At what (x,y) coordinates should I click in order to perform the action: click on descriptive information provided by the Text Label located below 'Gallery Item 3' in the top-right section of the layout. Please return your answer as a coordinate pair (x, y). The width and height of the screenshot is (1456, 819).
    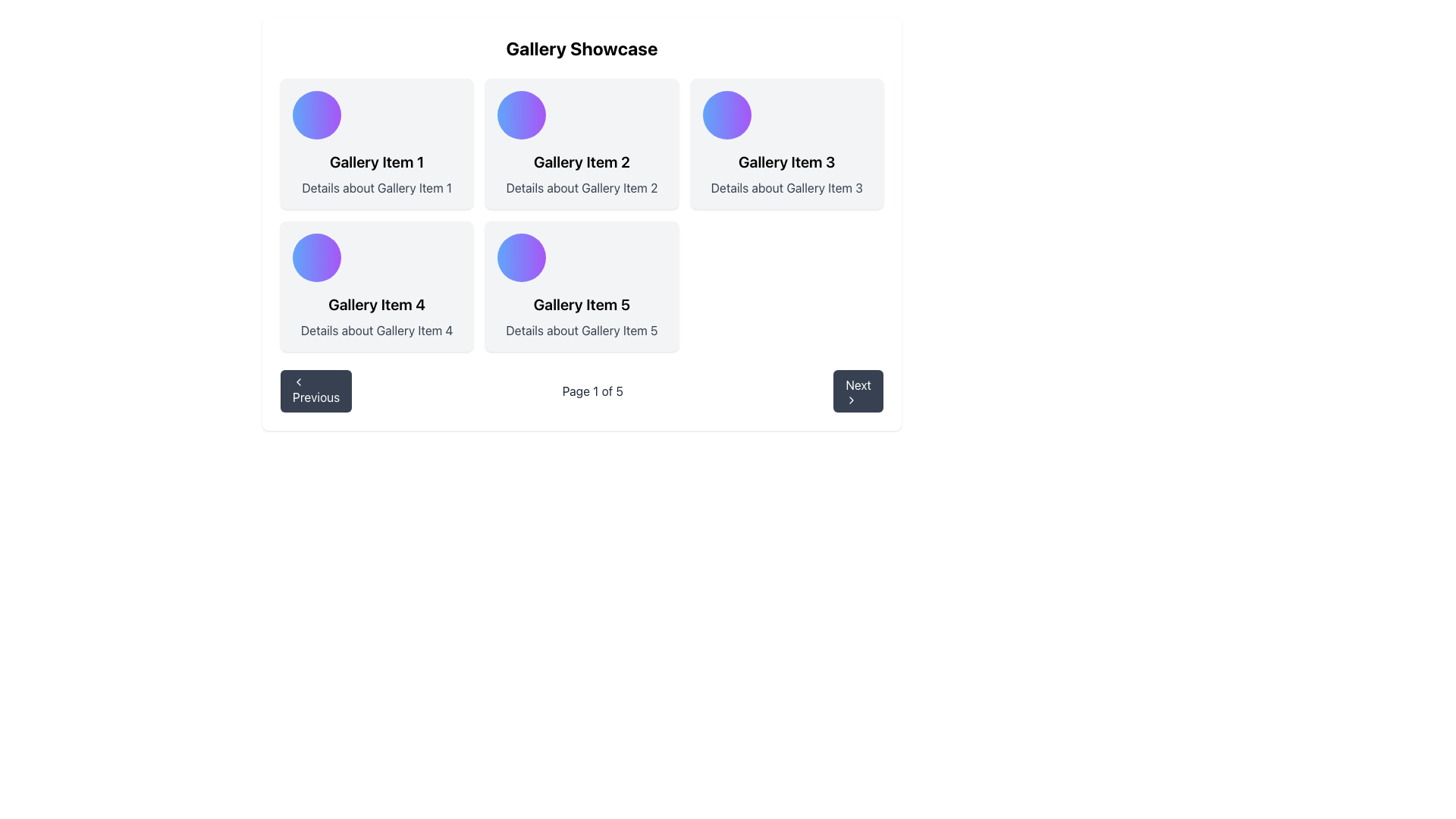
    Looking at the image, I should click on (786, 187).